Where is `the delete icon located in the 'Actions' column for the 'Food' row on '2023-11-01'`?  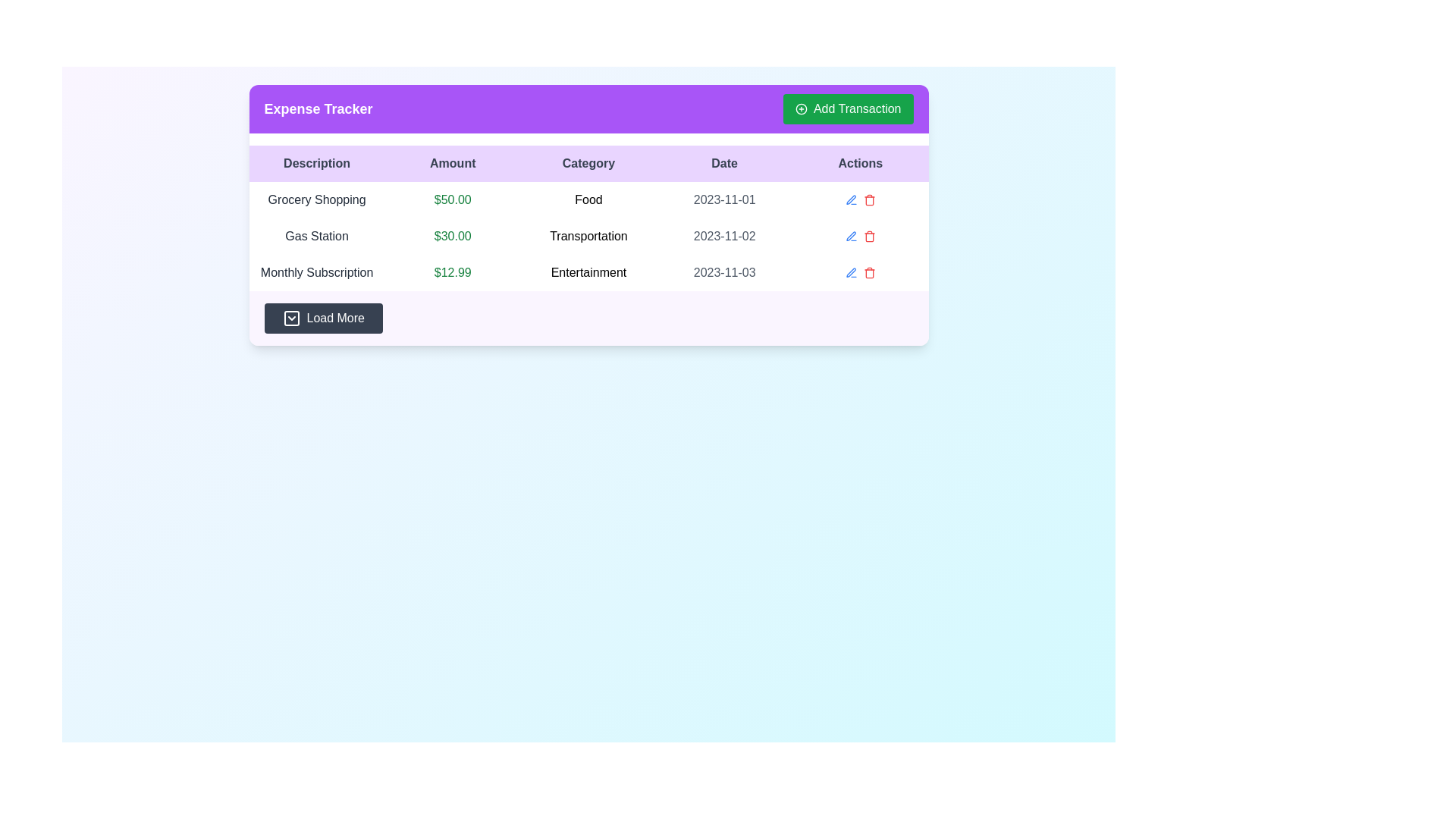
the delete icon located in the 'Actions' column for the 'Food' row on '2023-11-01' is located at coordinates (869, 200).